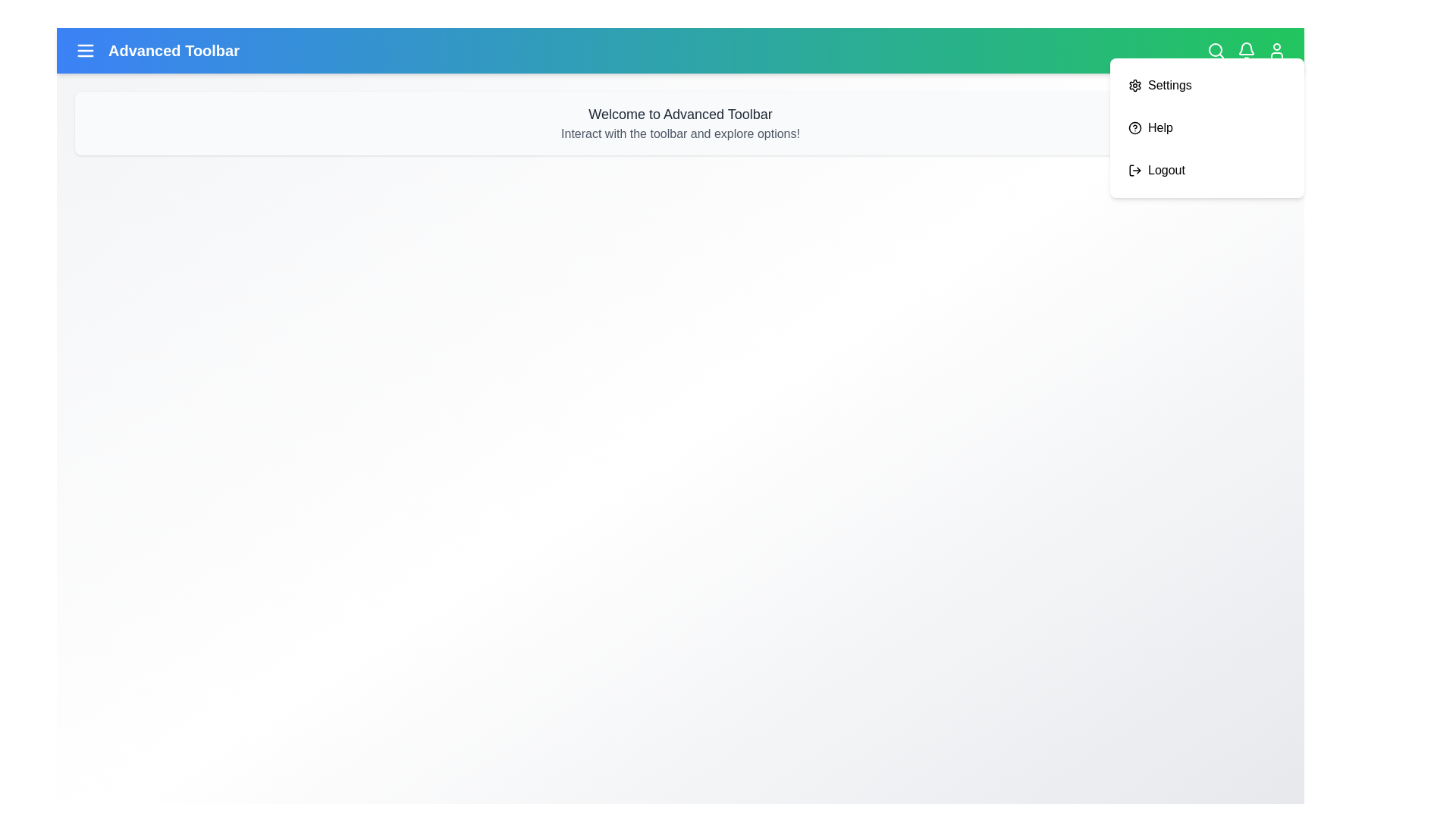 This screenshot has height=819, width=1456. What do you see at coordinates (85, 49) in the screenshot?
I see `the menu icon to toggle the main navigation menu` at bounding box center [85, 49].